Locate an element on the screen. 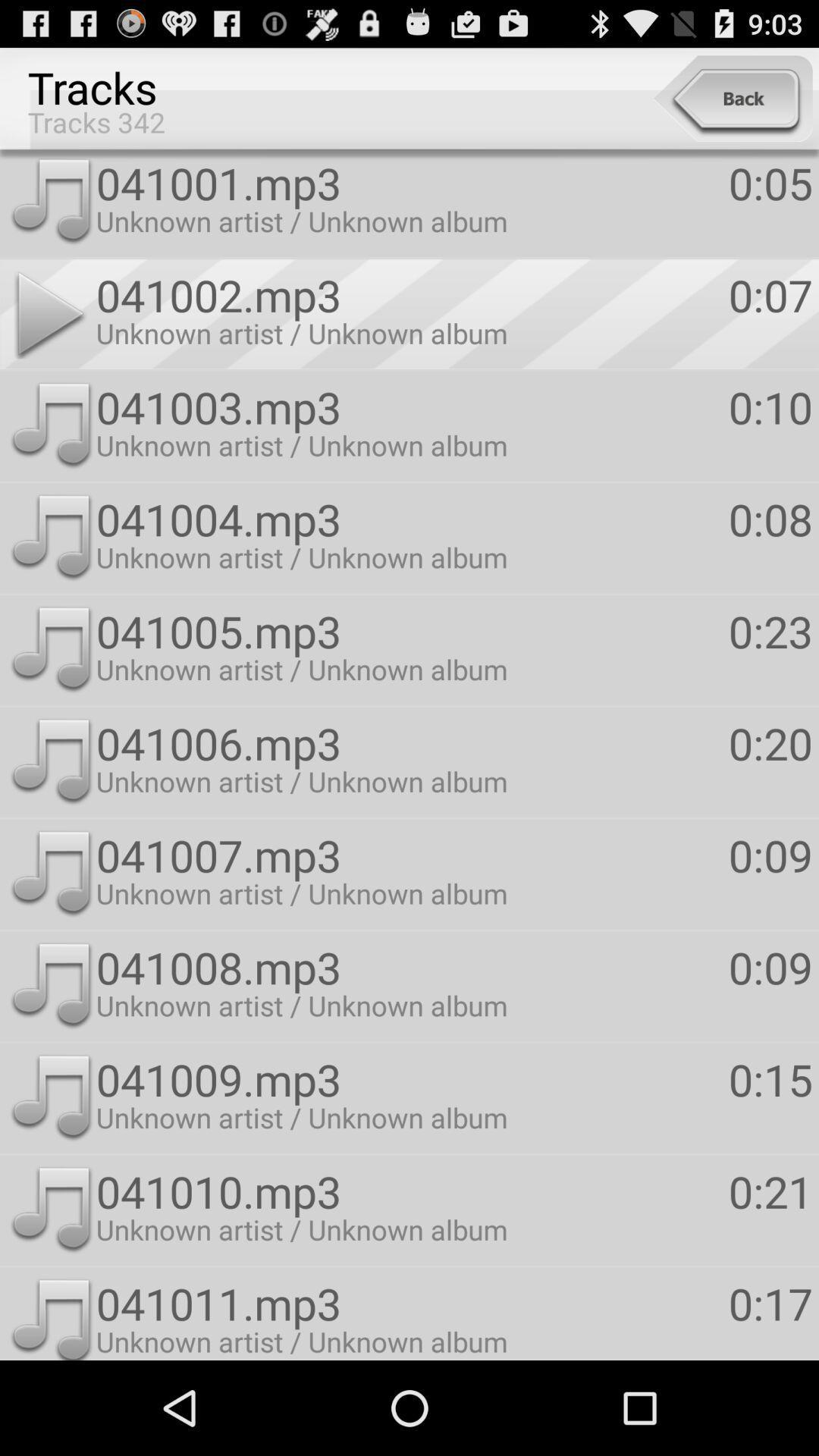 The width and height of the screenshot is (819, 1456). the item above 041001.mp3 item is located at coordinates (732, 98).